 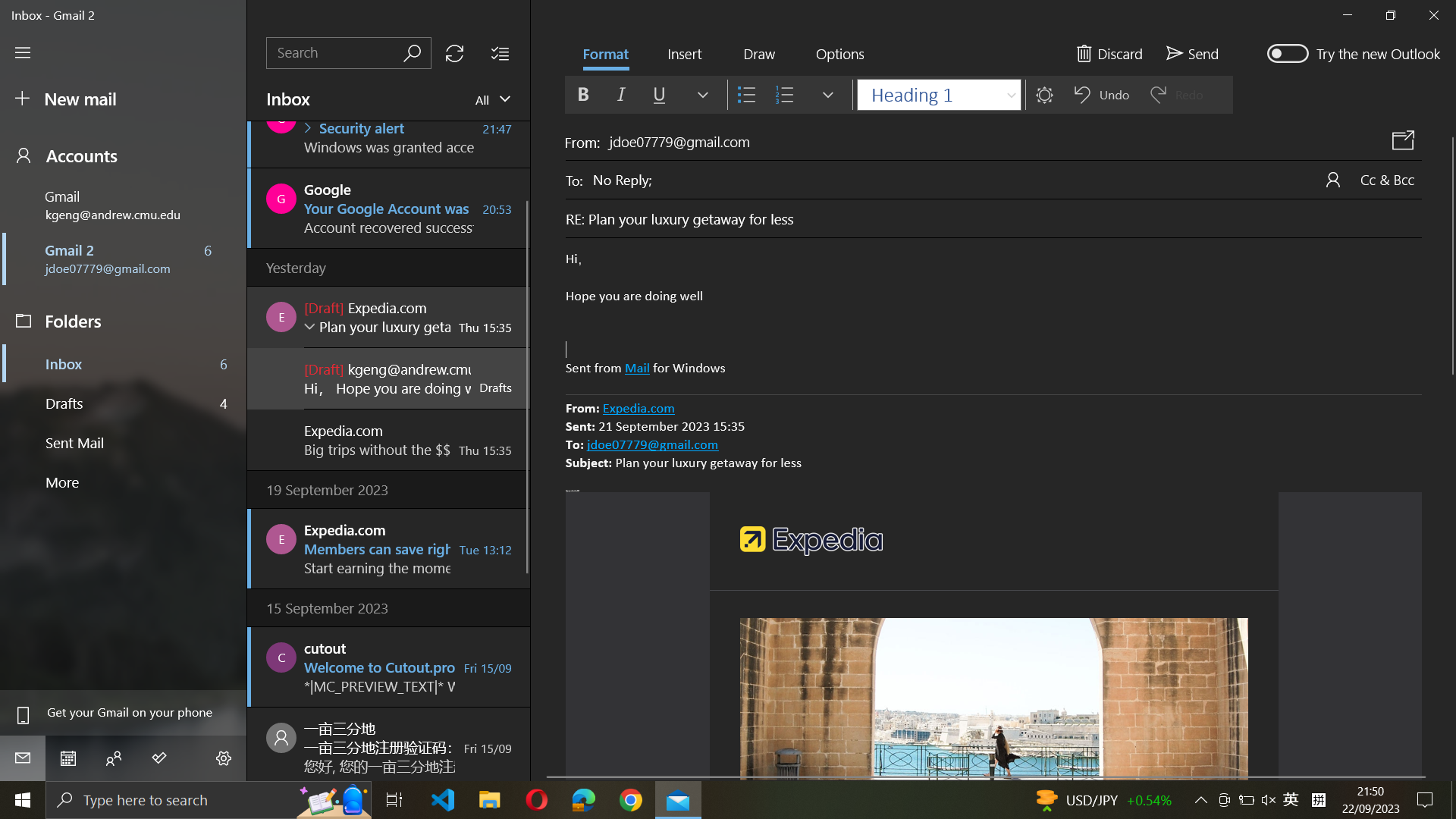 I want to click on Update account to kgeng@andrew.cmu.edu, so click(x=126, y=203).